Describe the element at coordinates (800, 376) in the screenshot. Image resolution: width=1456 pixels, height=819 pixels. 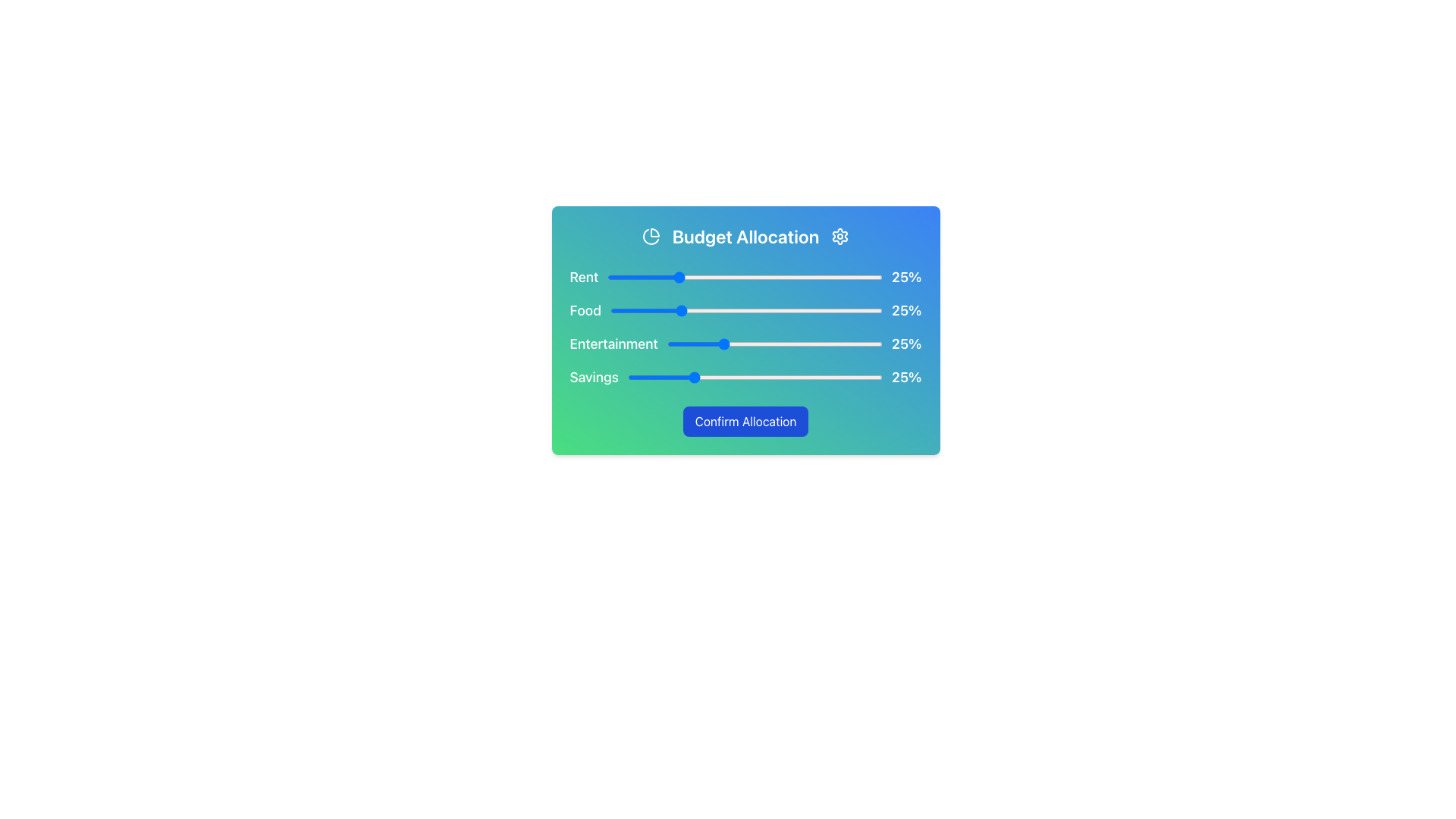
I see `the Savings slider` at that location.